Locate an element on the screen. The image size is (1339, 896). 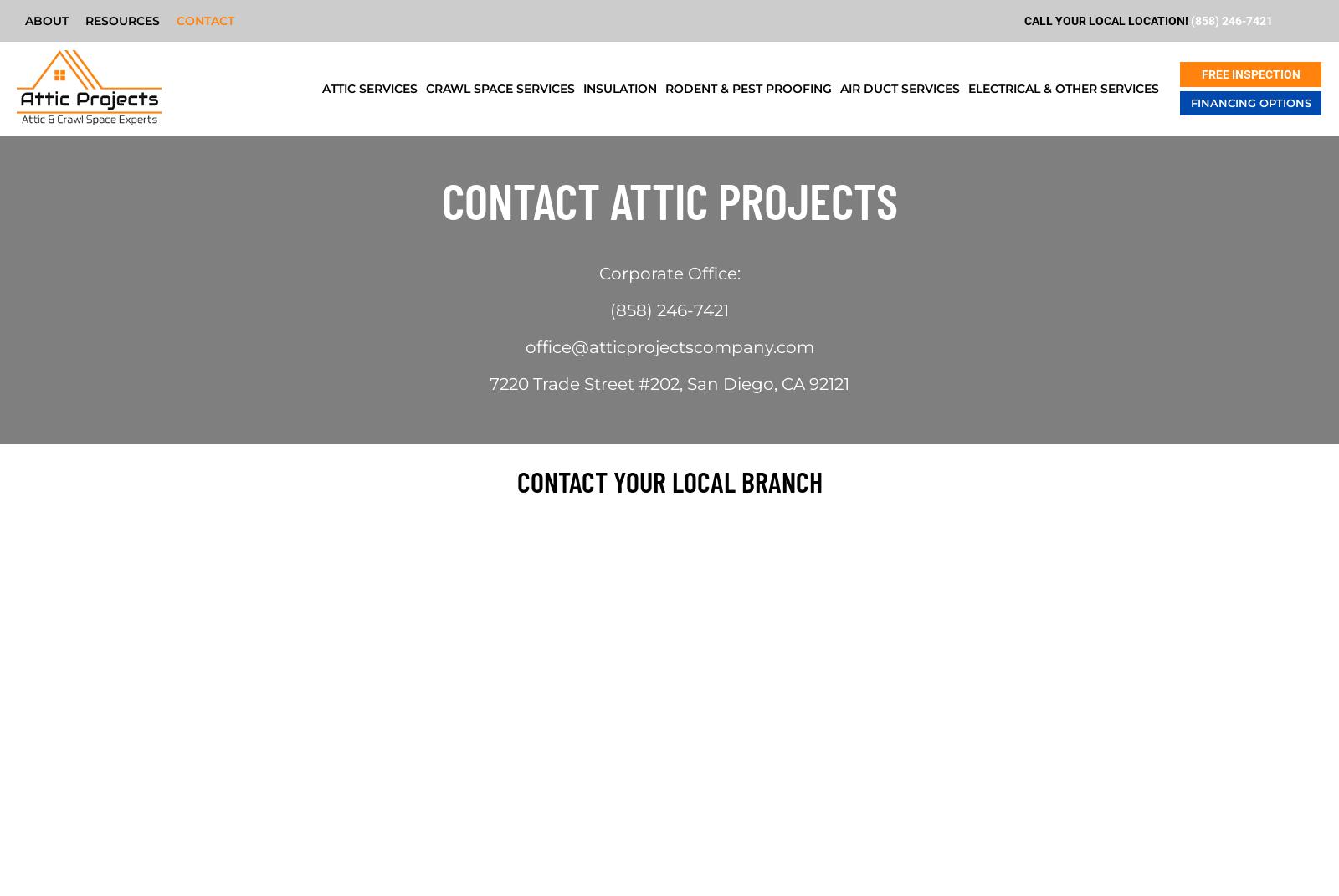
'Insulation' is located at coordinates (619, 89).